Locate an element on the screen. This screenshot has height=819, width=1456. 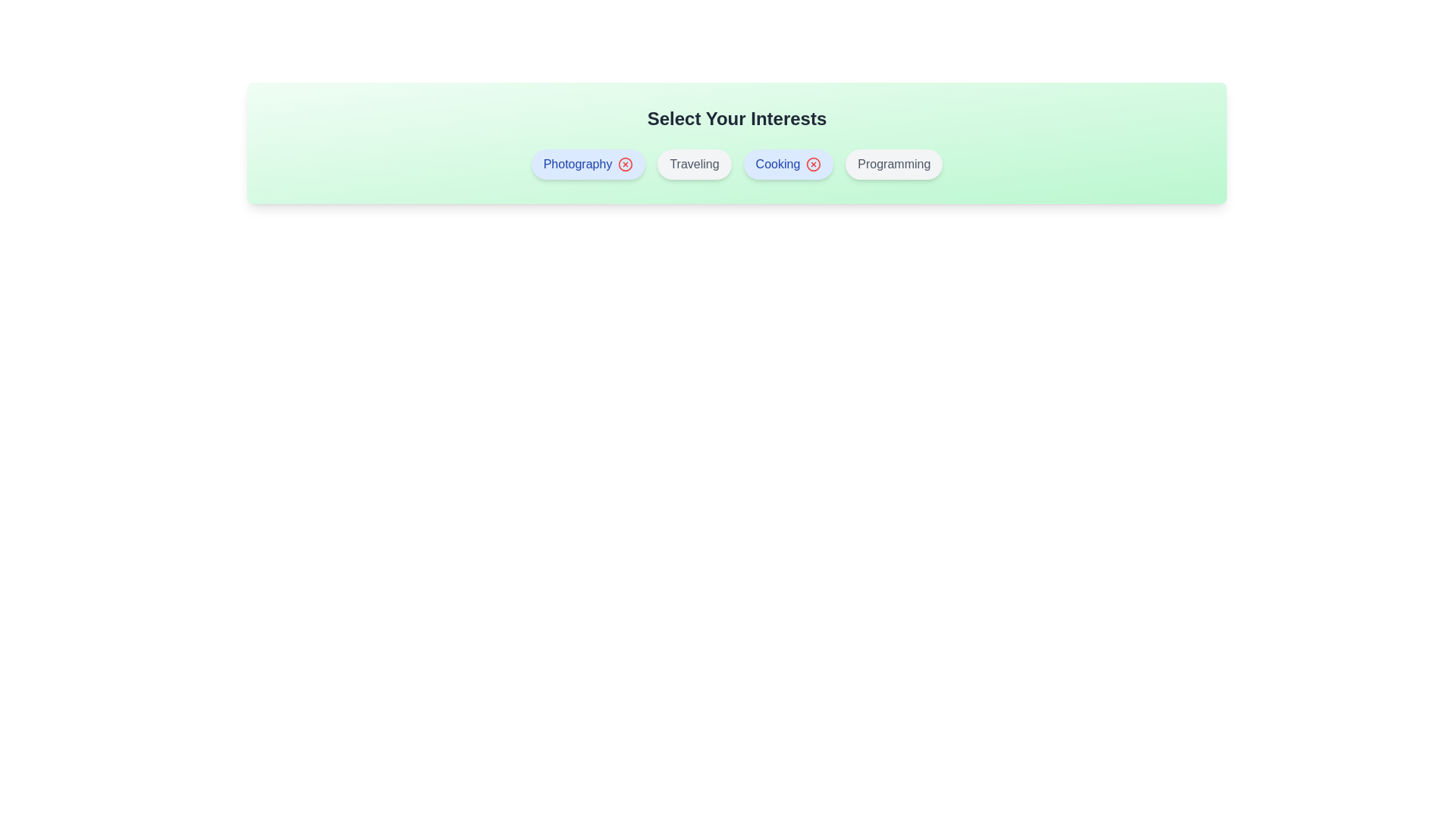
the interest Traveling by clicking on its button is located at coordinates (694, 164).